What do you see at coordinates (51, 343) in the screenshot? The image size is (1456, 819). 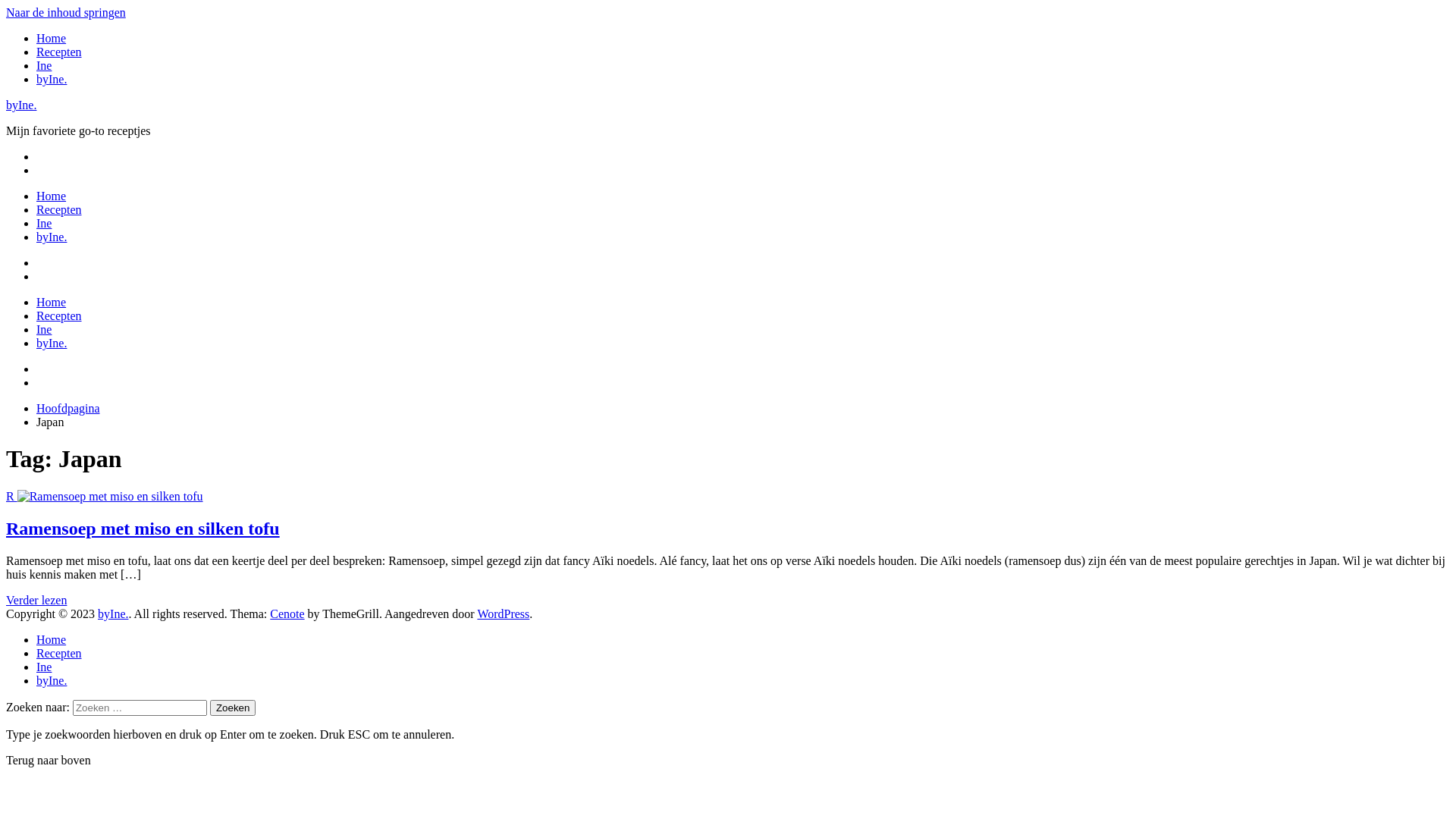 I see `'byIne.'` at bounding box center [51, 343].